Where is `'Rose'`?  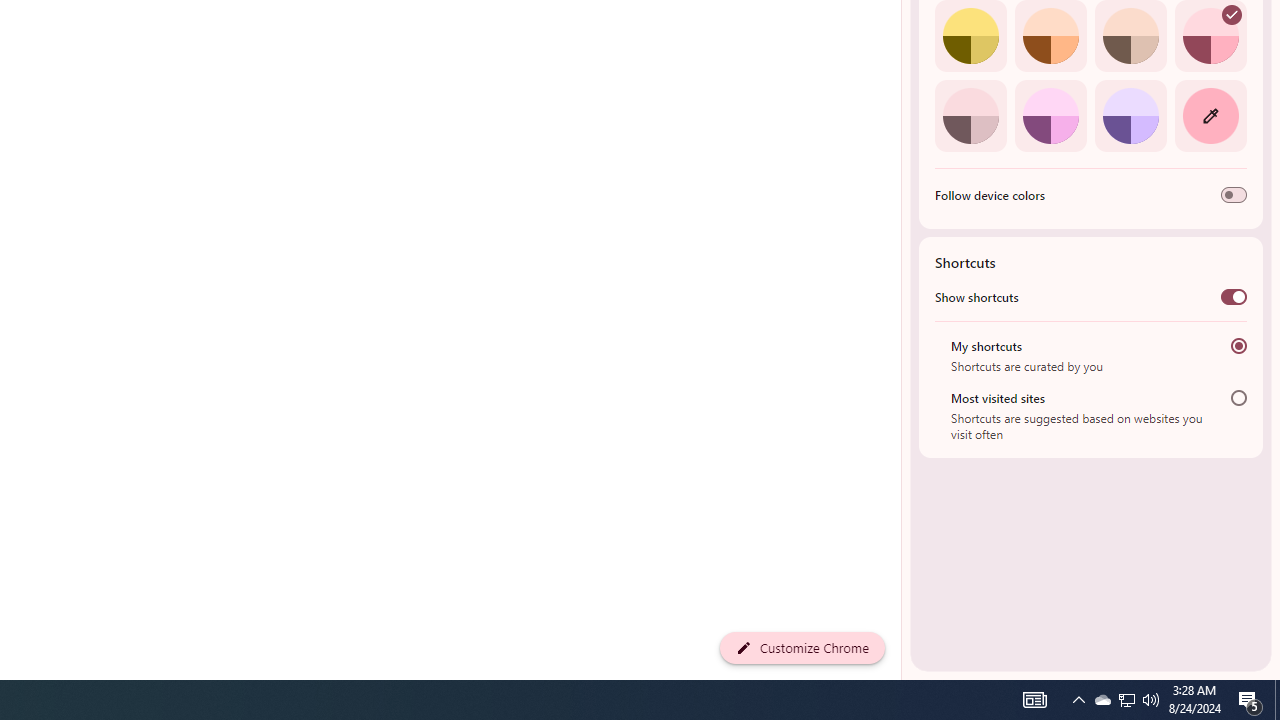 'Rose' is located at coordinates (1209, 36).